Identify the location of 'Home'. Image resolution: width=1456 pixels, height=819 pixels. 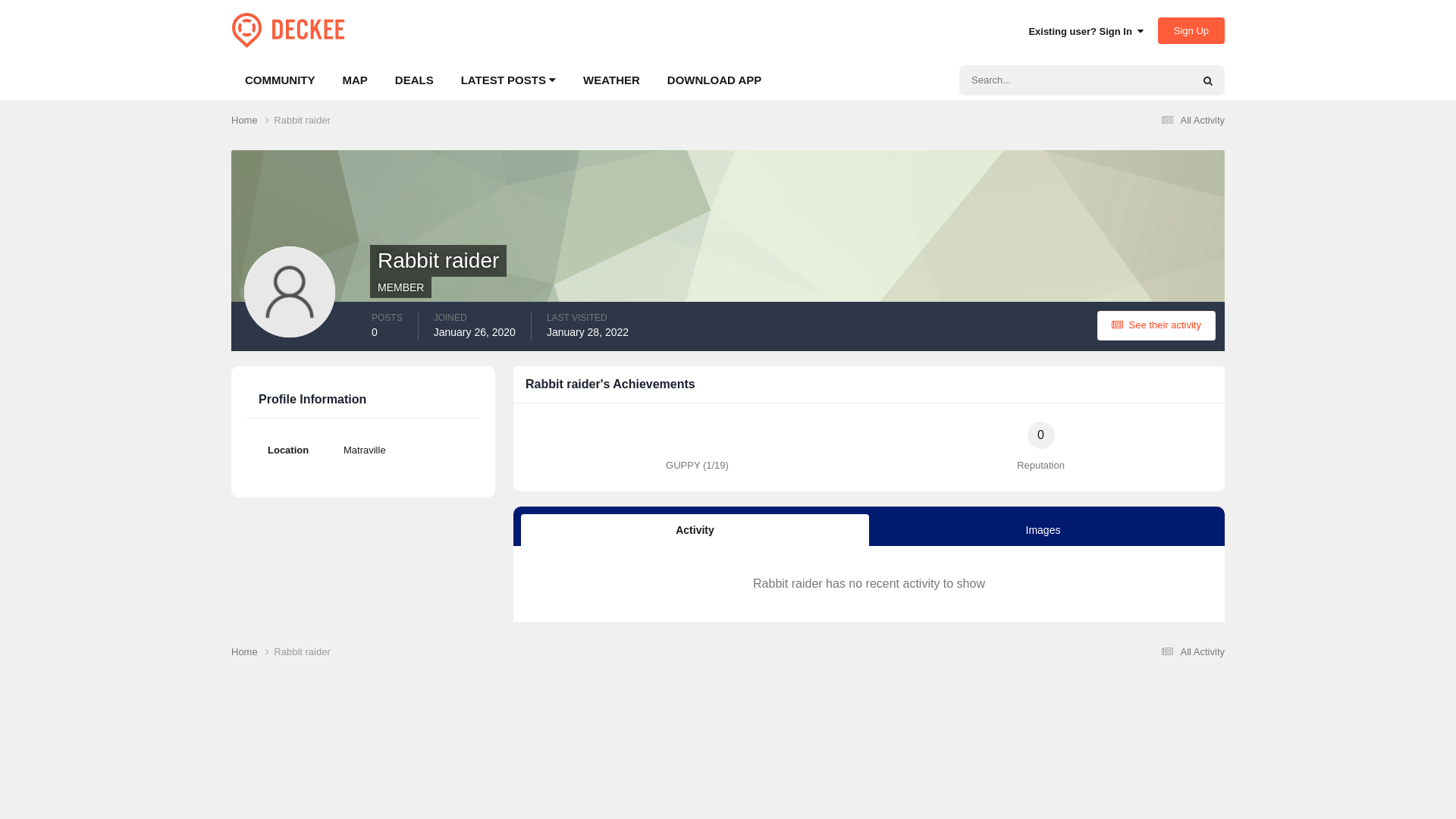
(252, 651).